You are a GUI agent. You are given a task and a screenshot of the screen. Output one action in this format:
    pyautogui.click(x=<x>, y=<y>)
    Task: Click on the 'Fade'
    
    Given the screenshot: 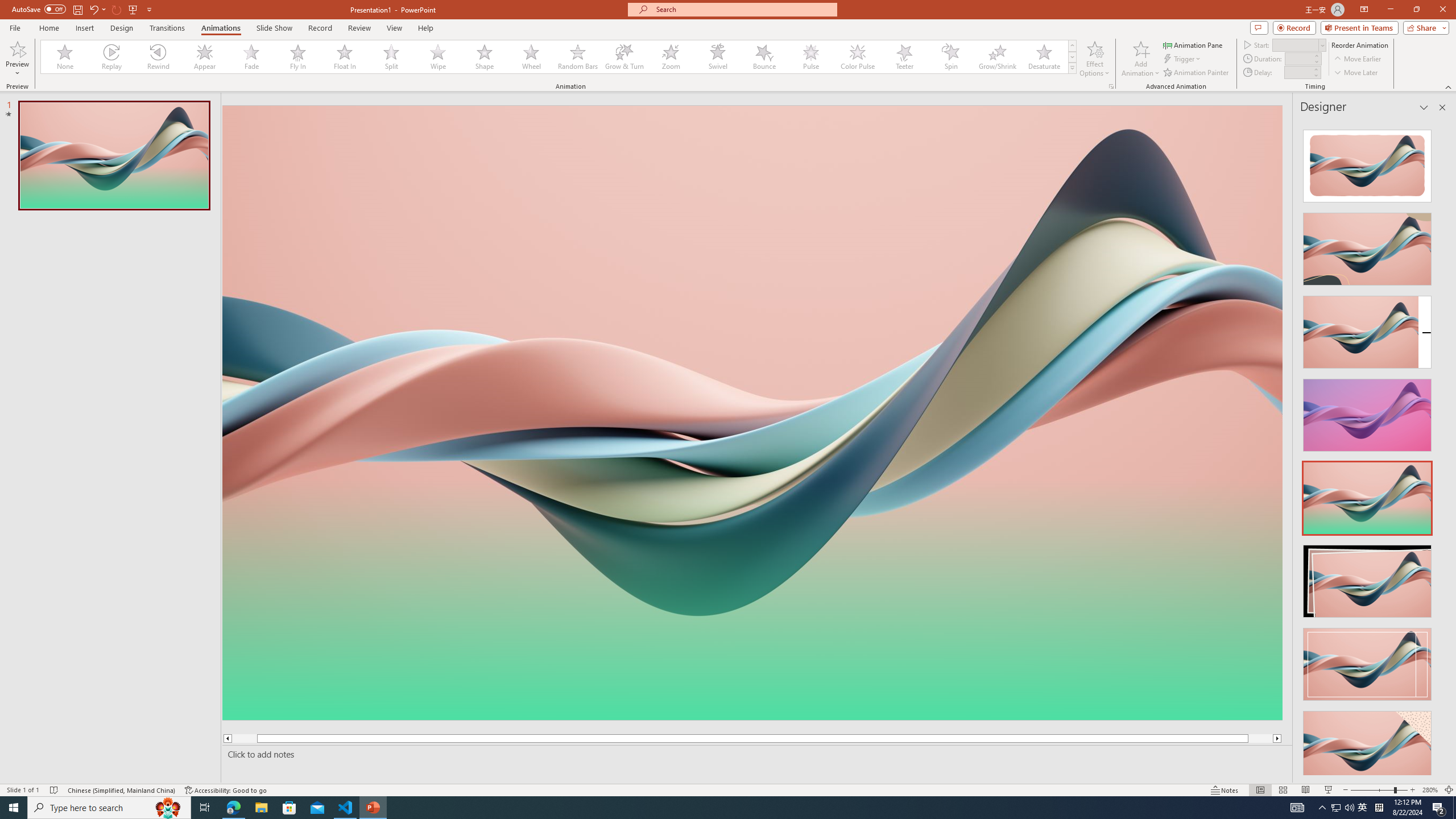 What is the action you would take?
    pyautogui.click(x=251, y=56)
    